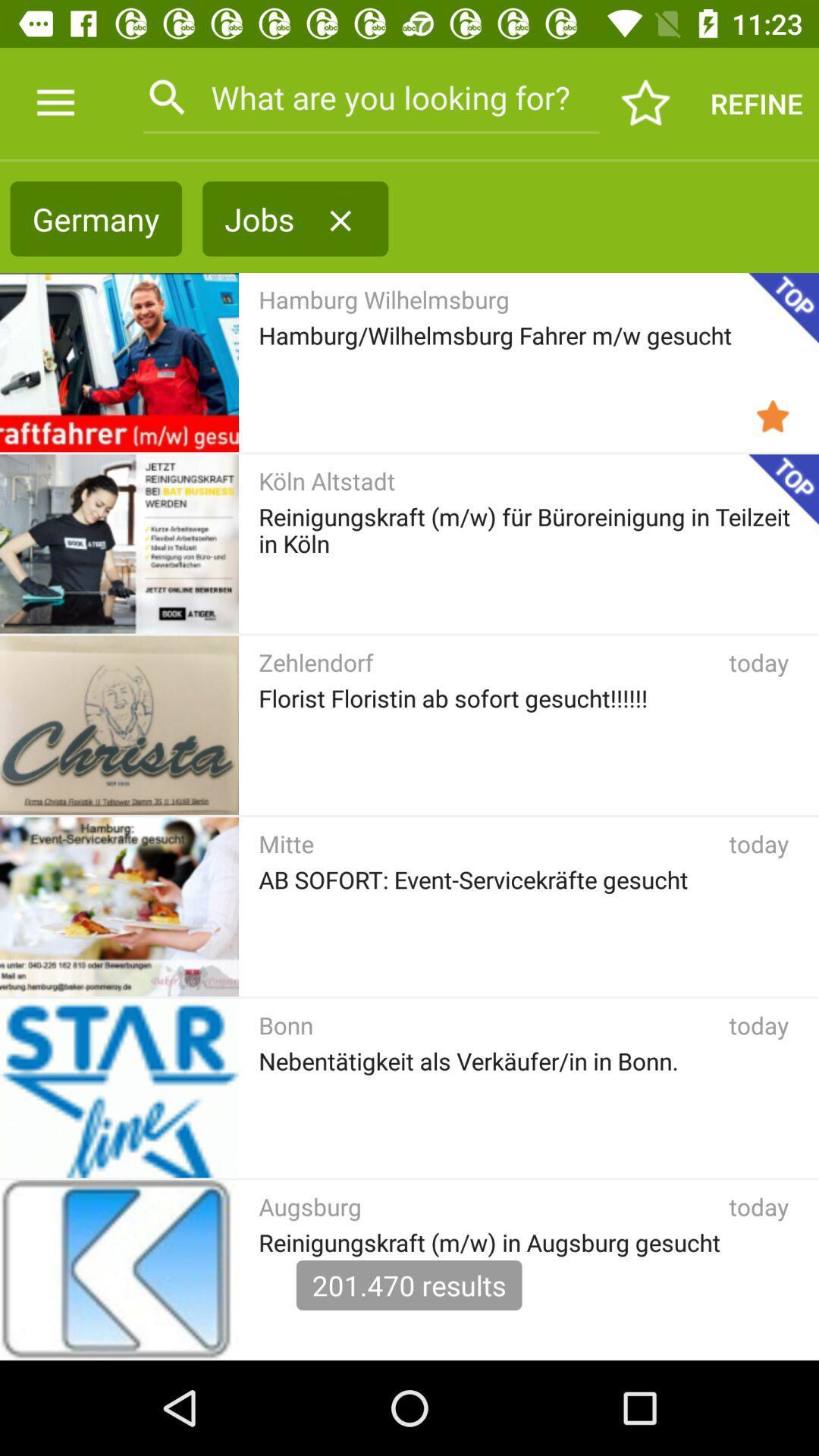 This screenshot has height=1456, width=819. What do you see at coordinates (646, 102) in the screenshot?
I see `the item to the right of what are you icon` at bounding box center [646, 102].